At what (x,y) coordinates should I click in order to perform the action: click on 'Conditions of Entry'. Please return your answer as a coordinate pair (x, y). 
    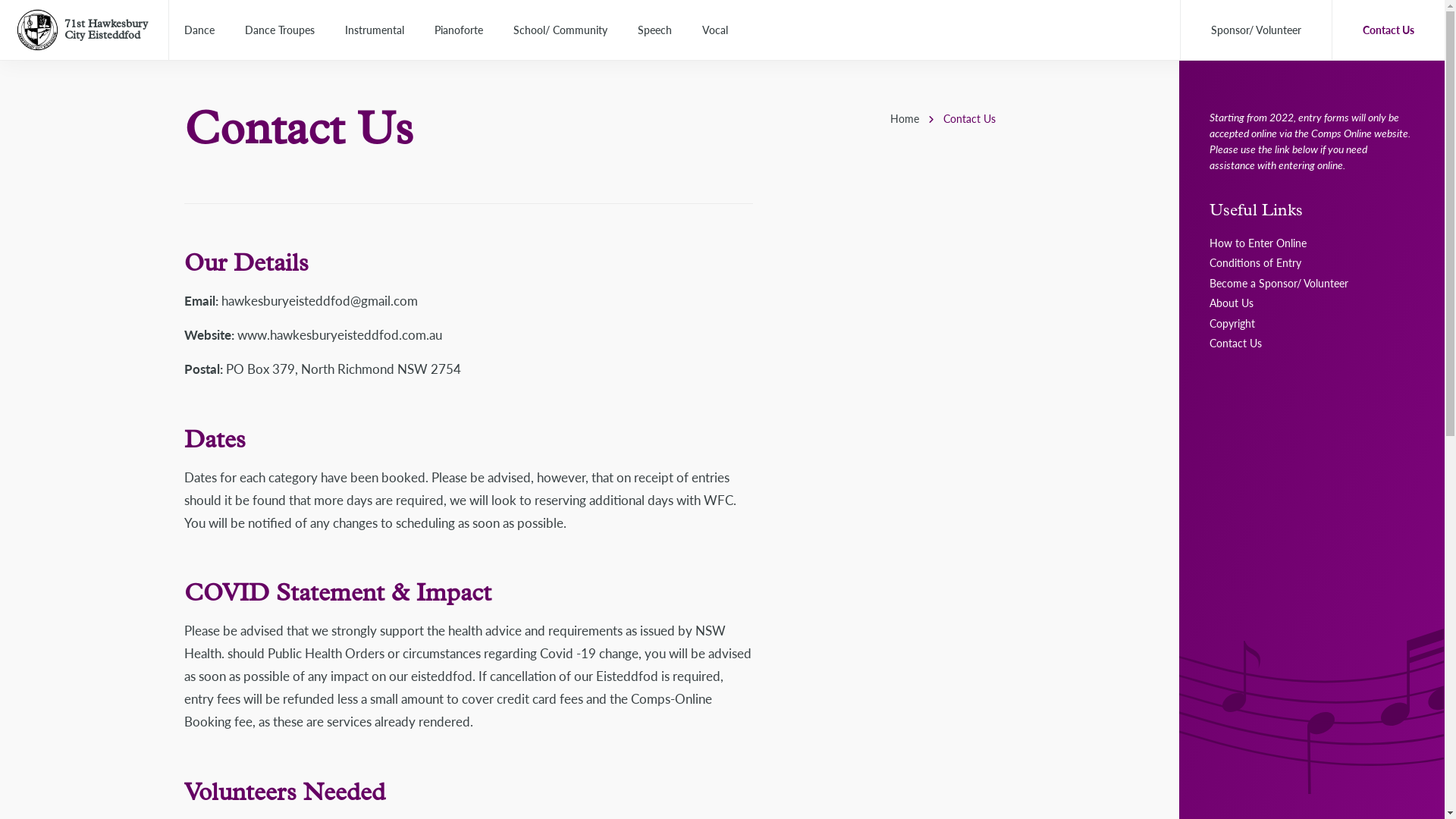
    Looking at the image, I should click on (1255, 262).